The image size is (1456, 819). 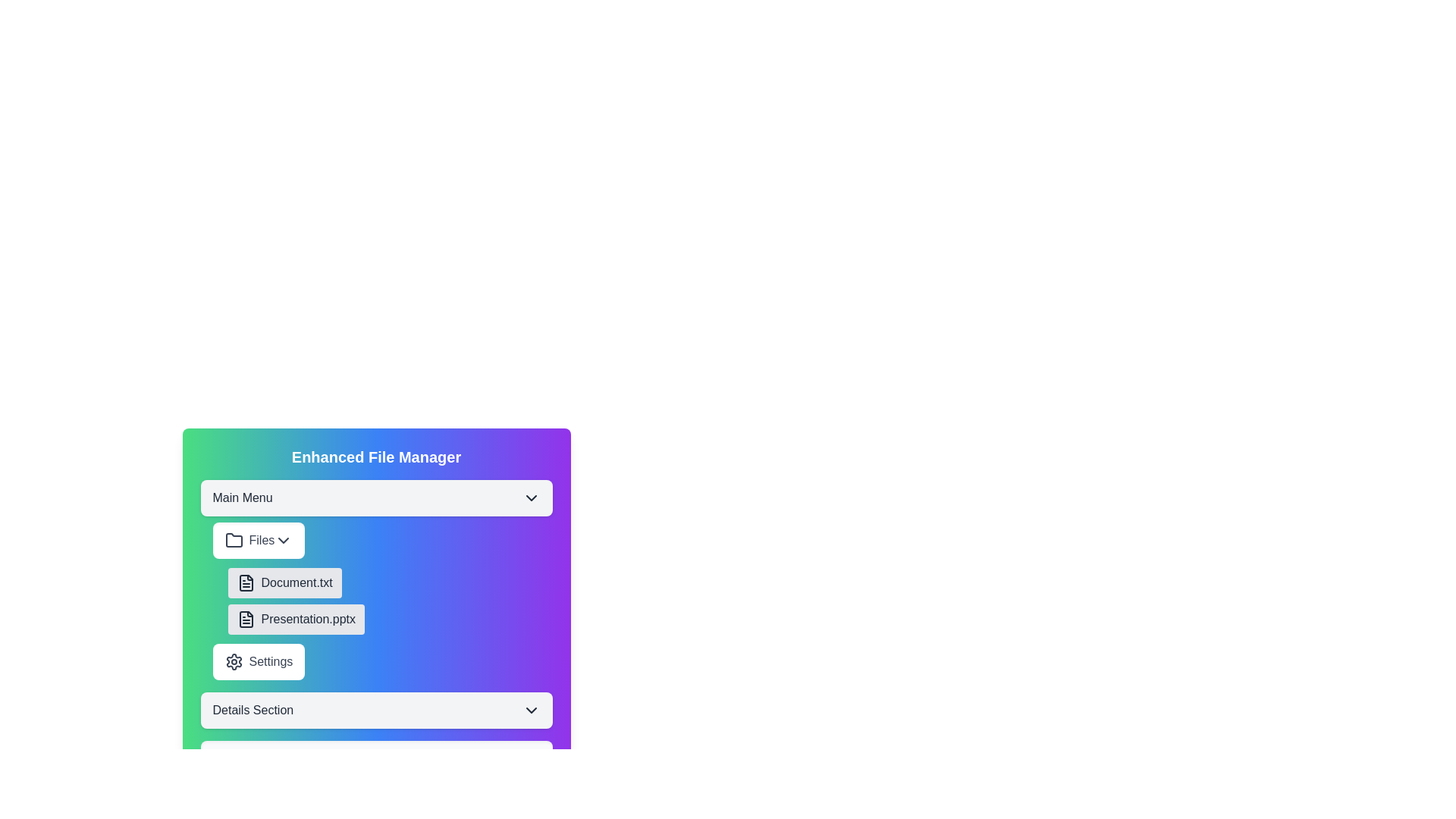 I want to click on the chevron icon located to the right of the text 'Files', so click(x=284, y=540).